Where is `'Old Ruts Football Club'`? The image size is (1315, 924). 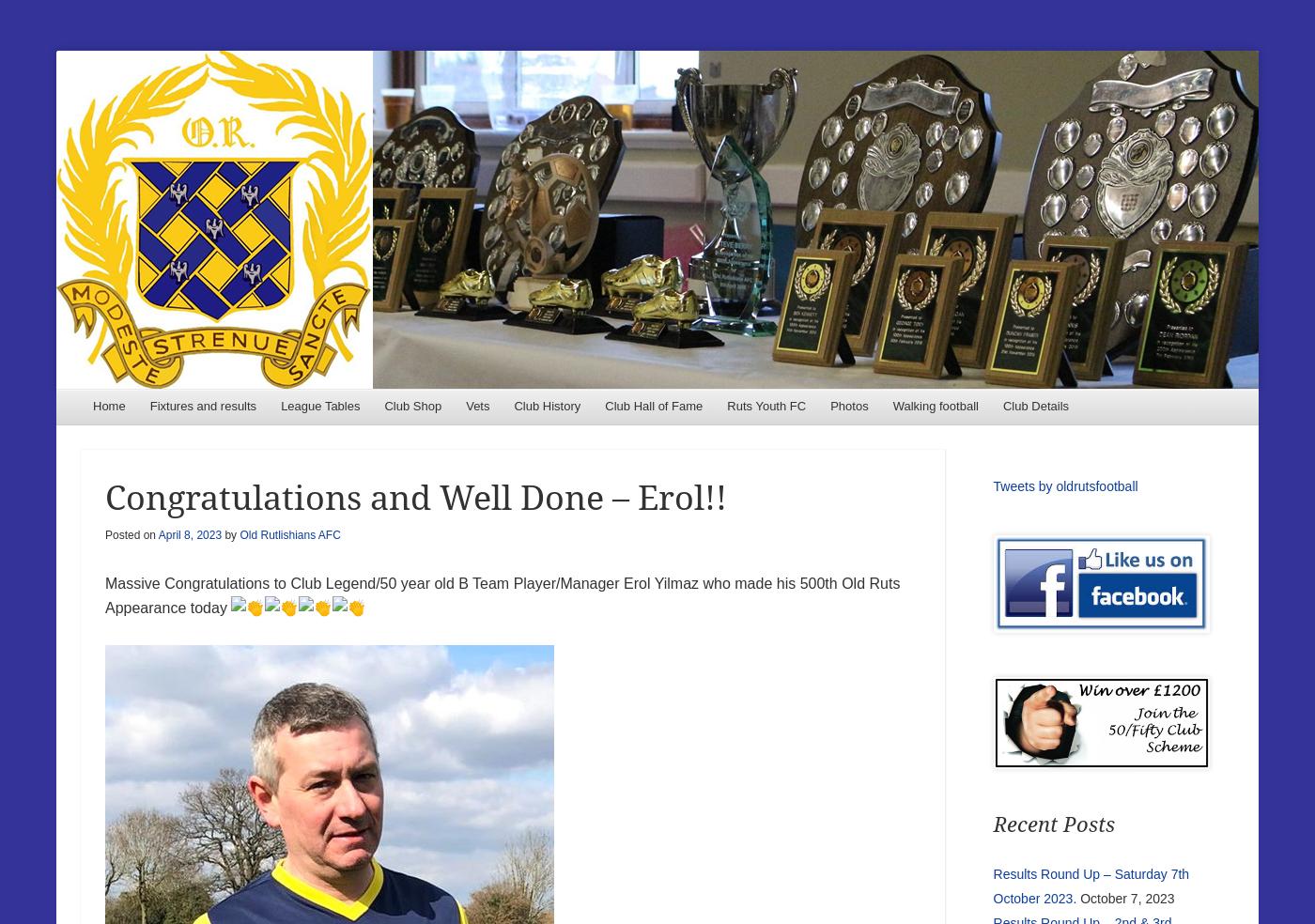 'Old Ruts Football Club' is located at coordinates (74, 61).